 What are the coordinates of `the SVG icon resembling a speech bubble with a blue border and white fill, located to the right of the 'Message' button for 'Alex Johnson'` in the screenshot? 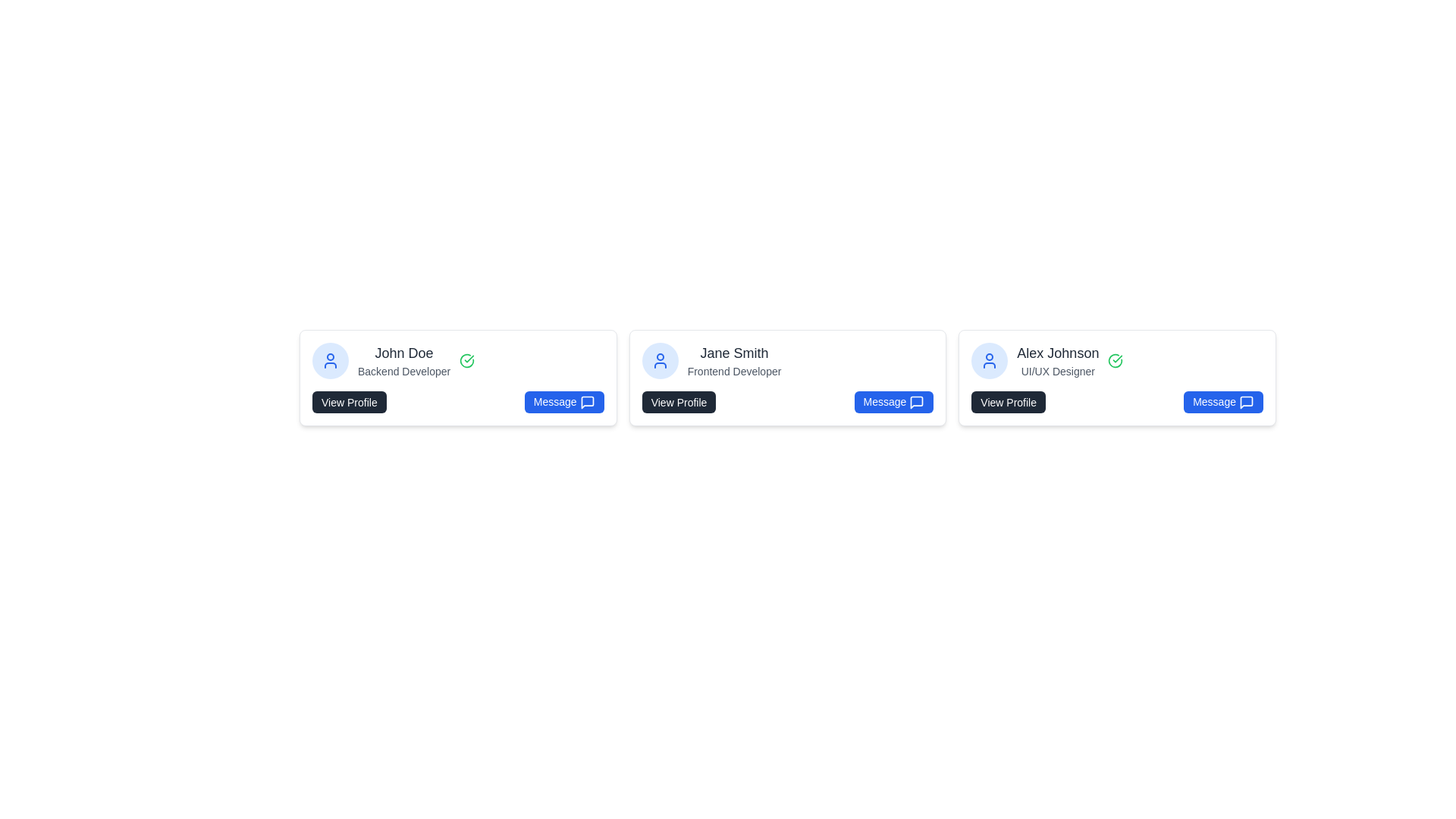 It's located at (1246, 402).